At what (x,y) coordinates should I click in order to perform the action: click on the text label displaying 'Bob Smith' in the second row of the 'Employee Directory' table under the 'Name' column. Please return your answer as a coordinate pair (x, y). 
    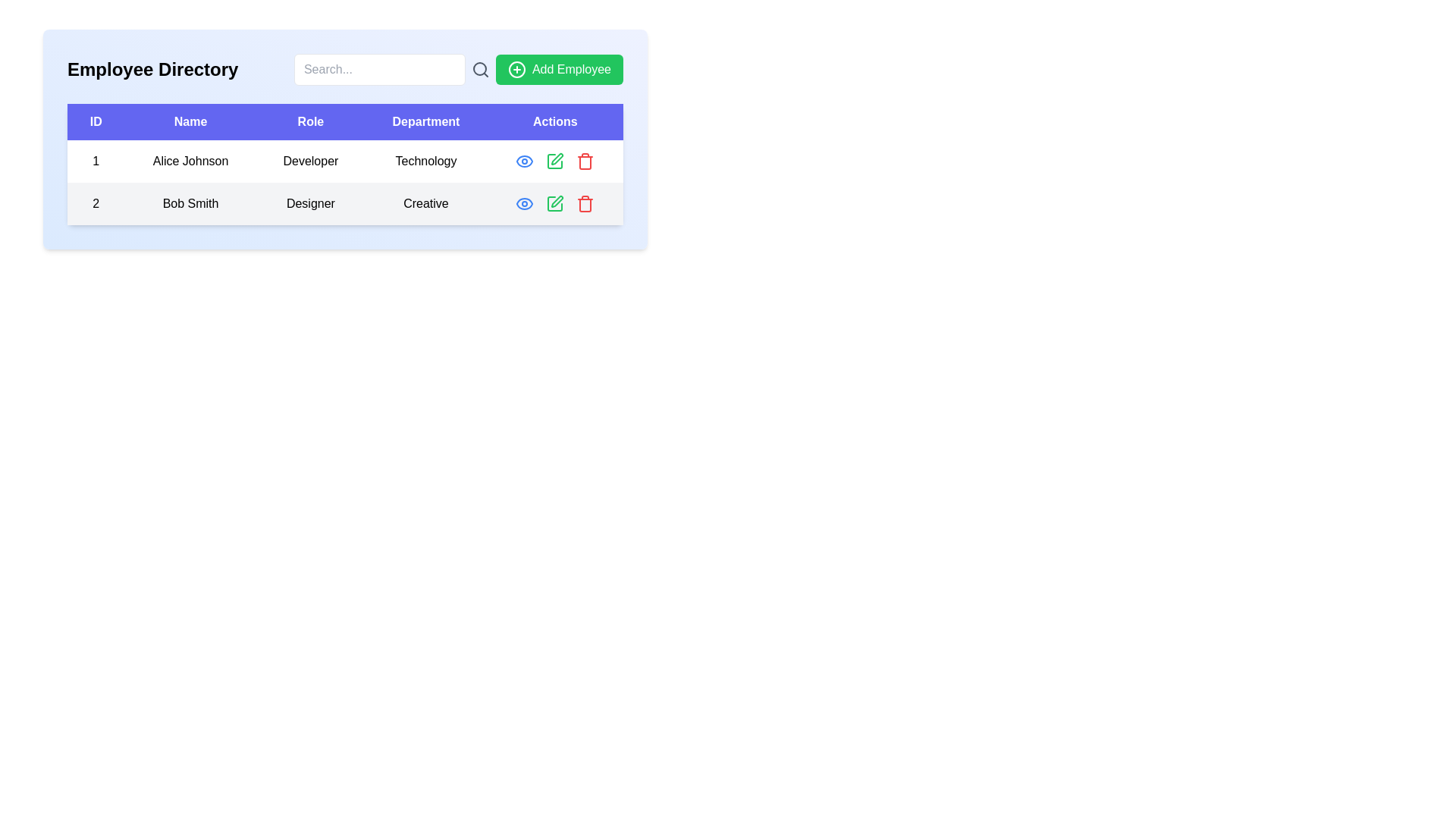
    Looking at the image, I should click on (190, 203).